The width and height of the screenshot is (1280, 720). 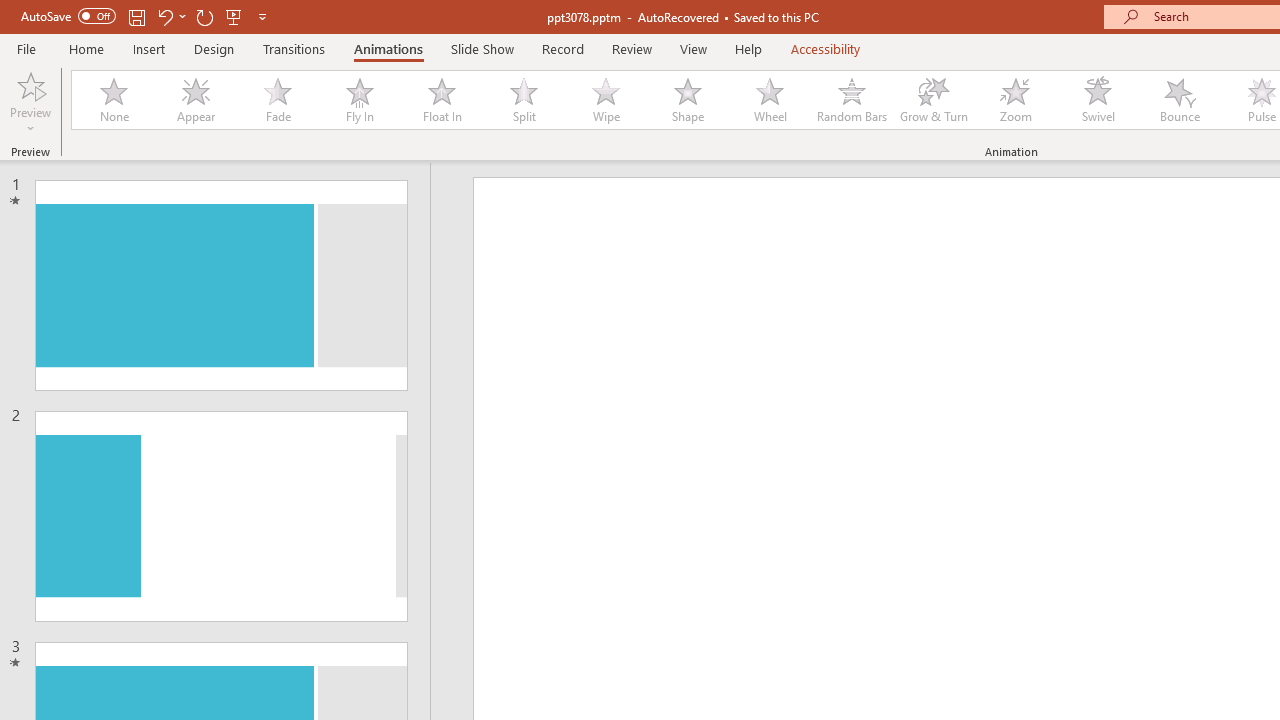 I want to click on 'Float In', so click(x=440, y=100).